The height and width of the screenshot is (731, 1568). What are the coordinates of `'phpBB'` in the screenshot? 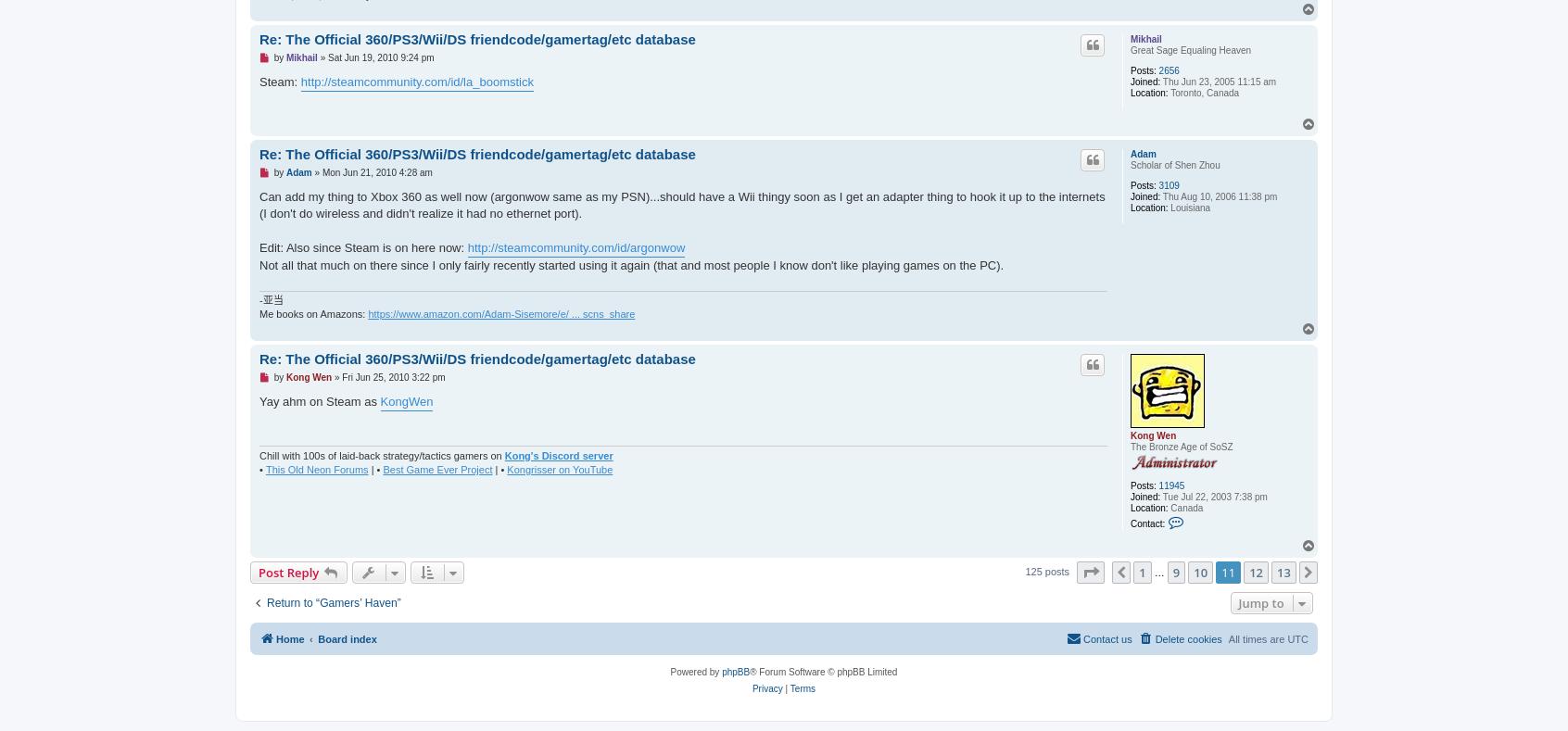 It's located at (736, 672).